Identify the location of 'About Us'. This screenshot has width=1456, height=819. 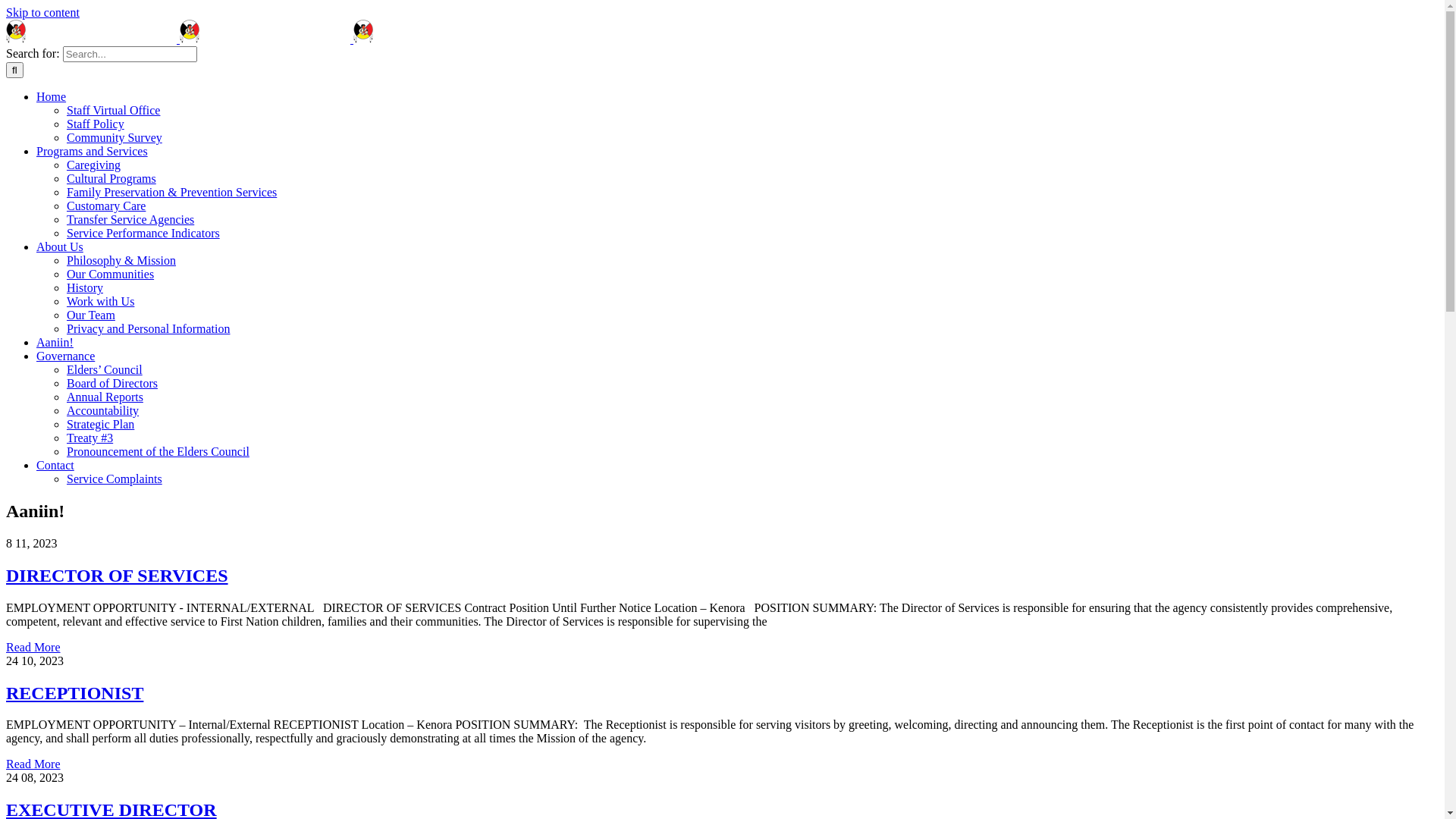
(59, 246).